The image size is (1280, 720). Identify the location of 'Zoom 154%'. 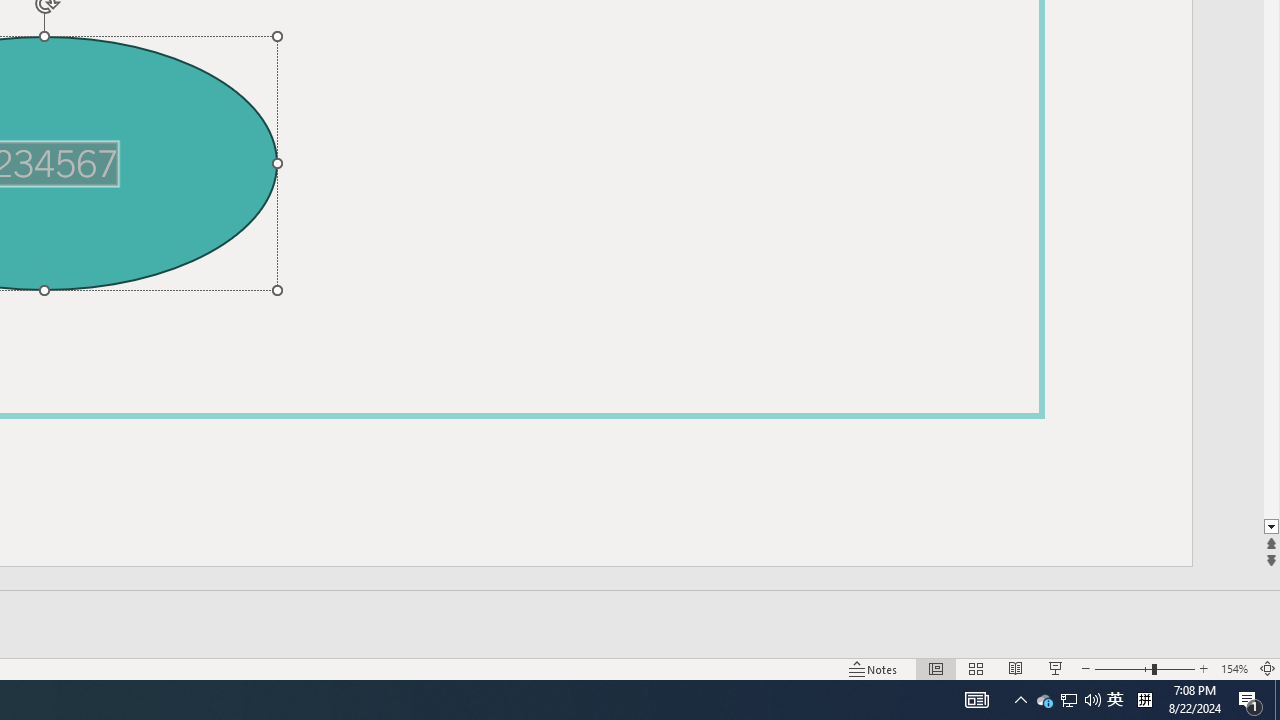
(1233, 669).